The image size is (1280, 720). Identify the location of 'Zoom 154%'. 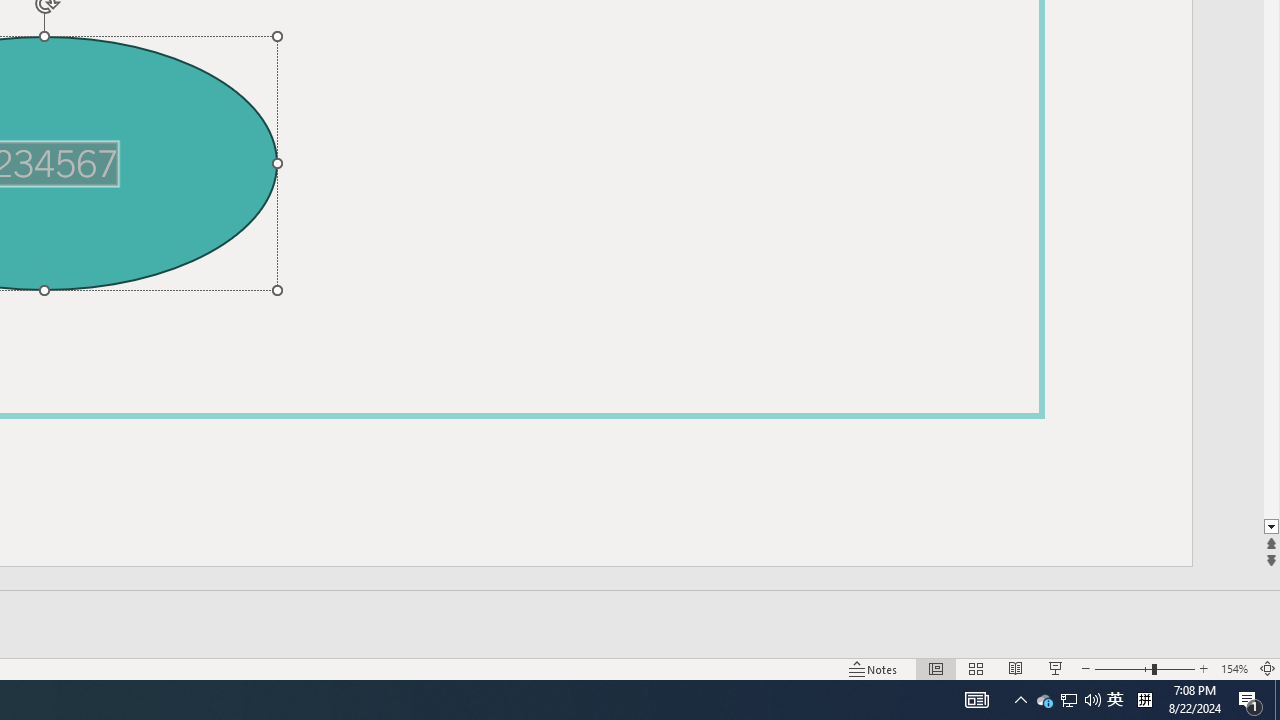
(1233, 669).